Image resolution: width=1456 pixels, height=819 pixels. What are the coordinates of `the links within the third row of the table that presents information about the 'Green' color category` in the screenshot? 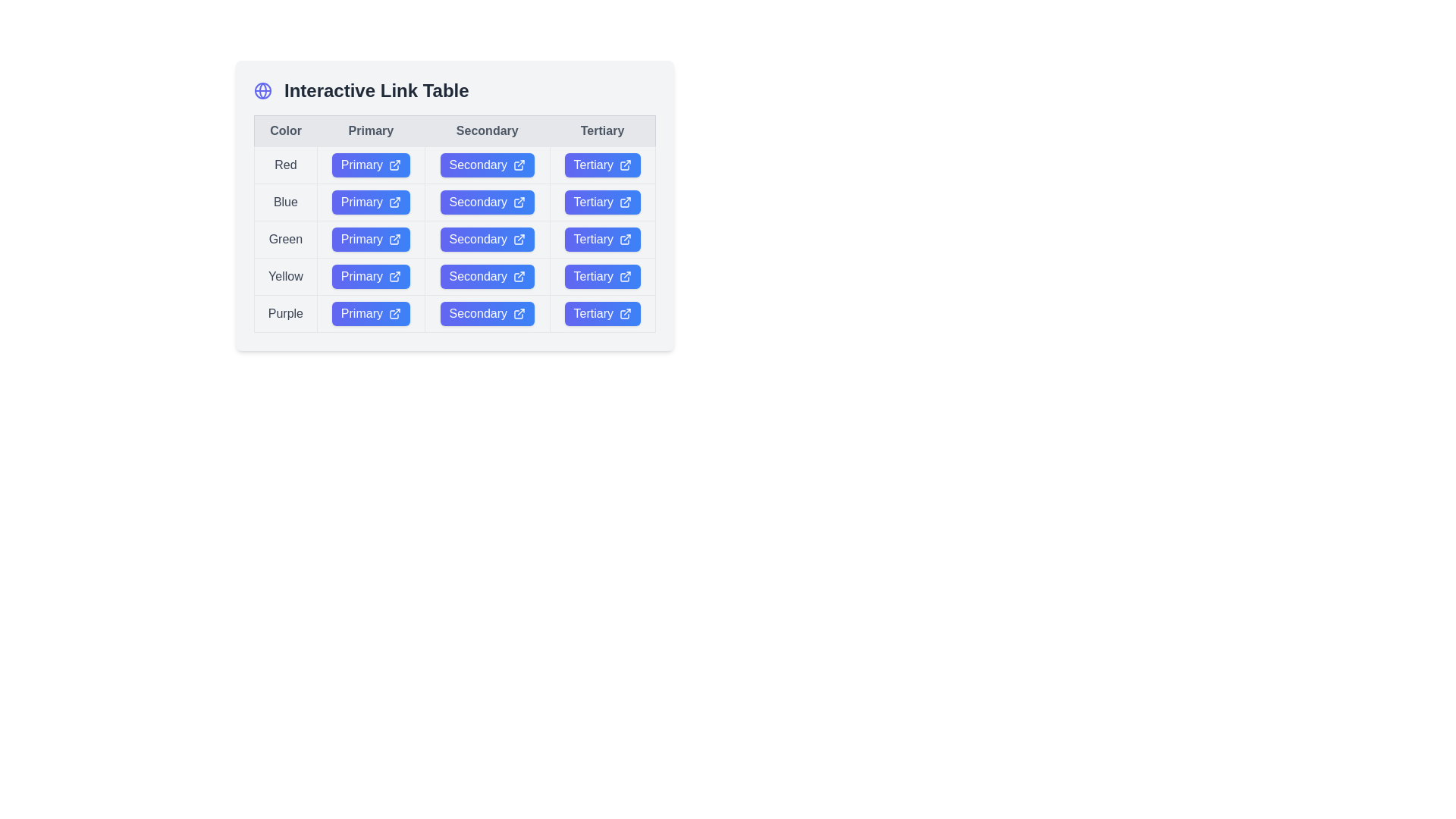 It's located at (454, 239).